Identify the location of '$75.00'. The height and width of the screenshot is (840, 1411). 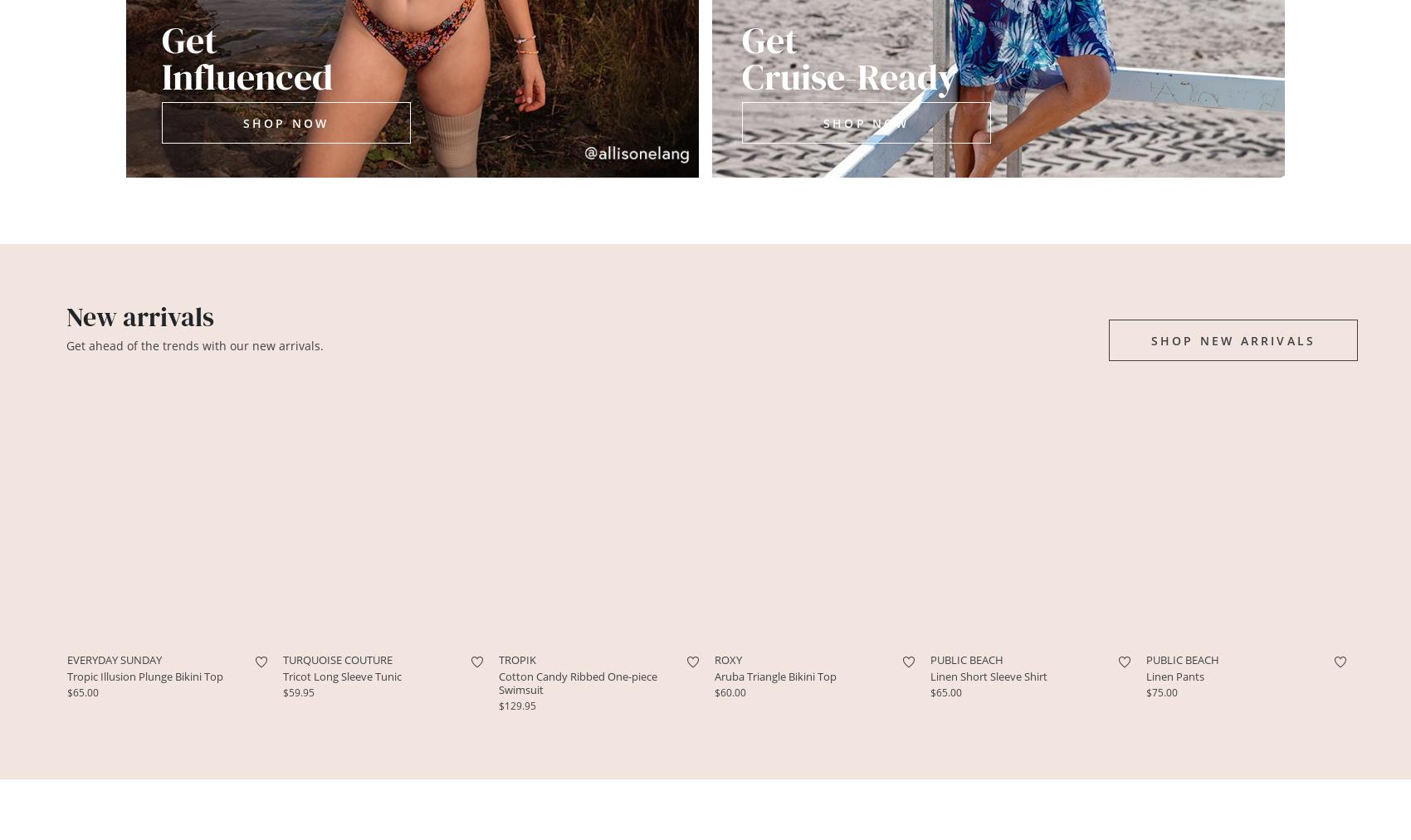
(1160, 691).